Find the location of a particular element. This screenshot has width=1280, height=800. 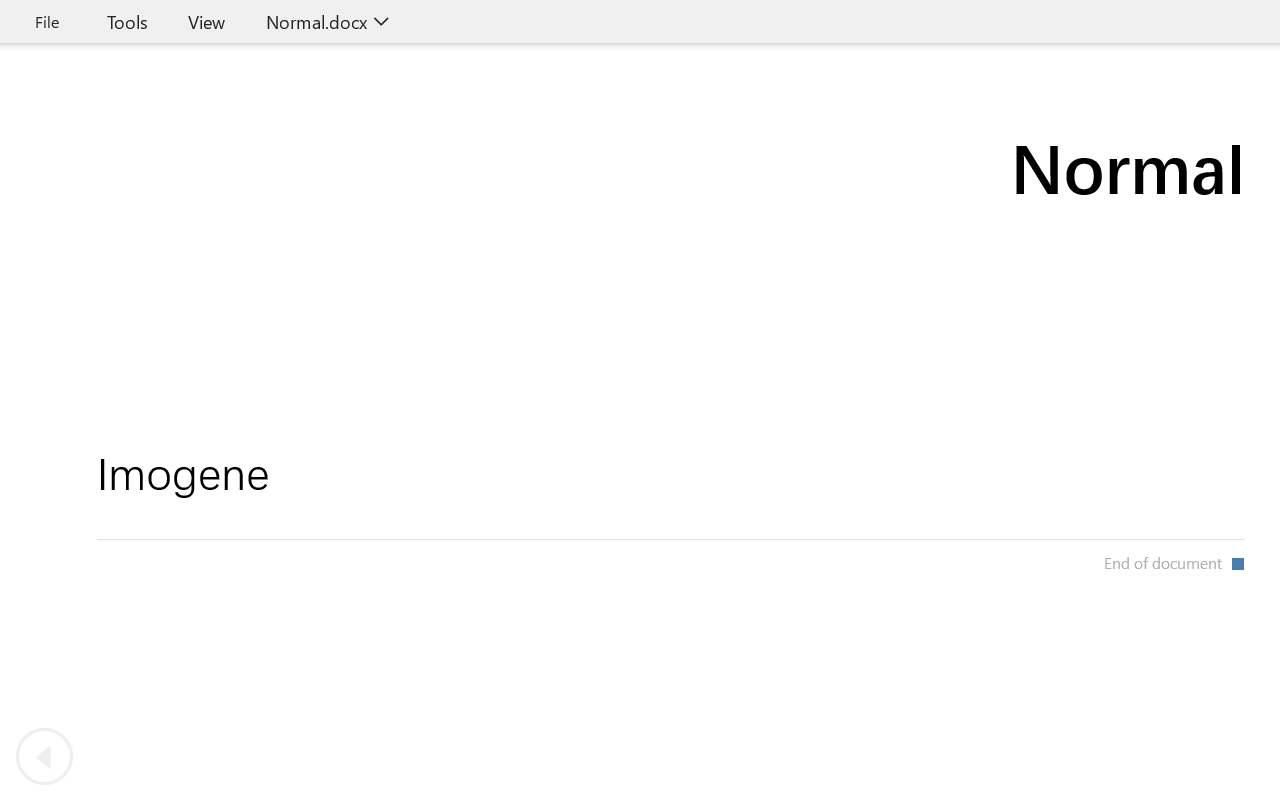

'Tools' is located at coordinates (126, 21).